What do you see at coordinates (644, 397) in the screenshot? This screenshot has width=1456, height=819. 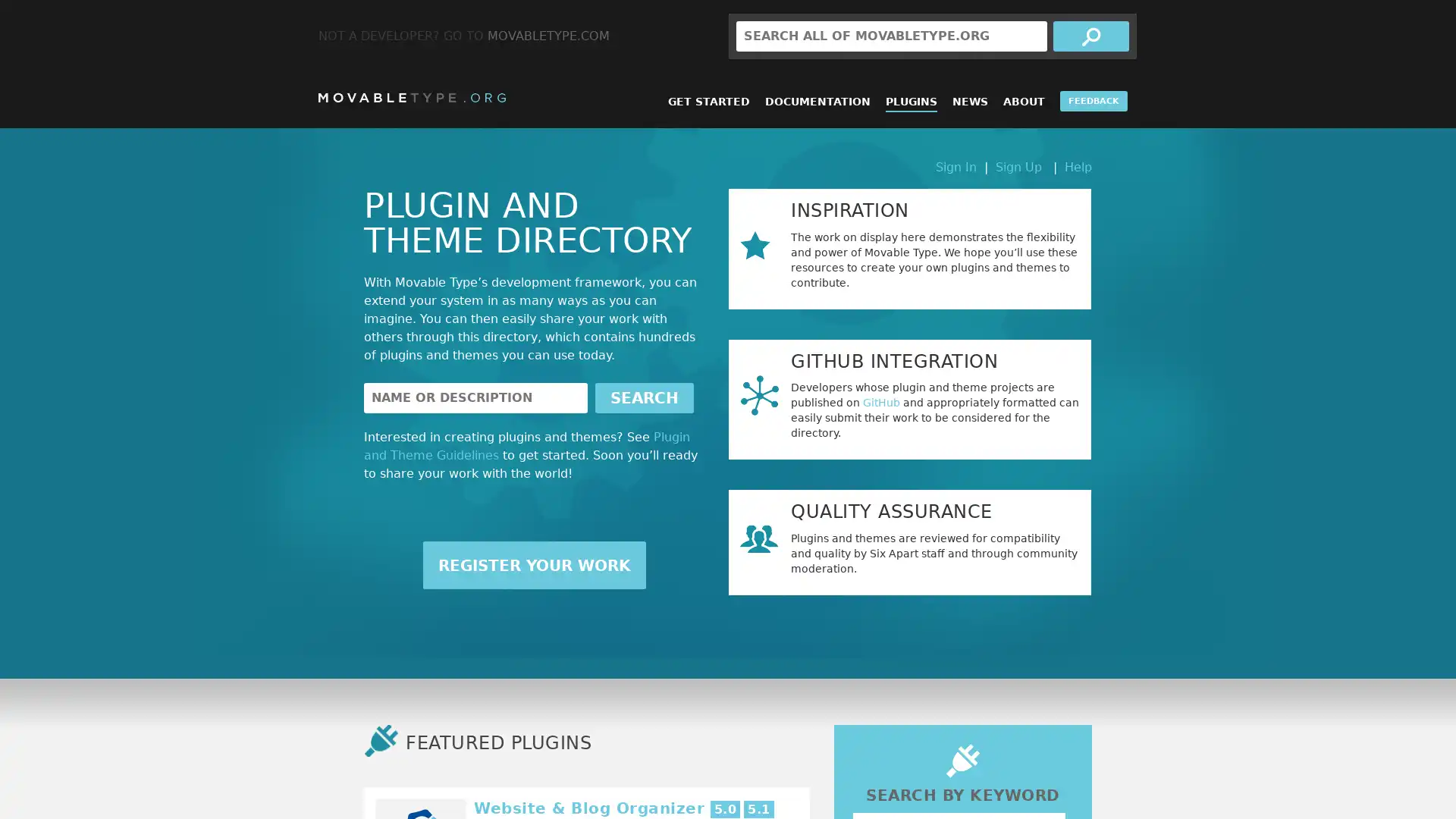 I see `Search` at bounding box center [644, 397].